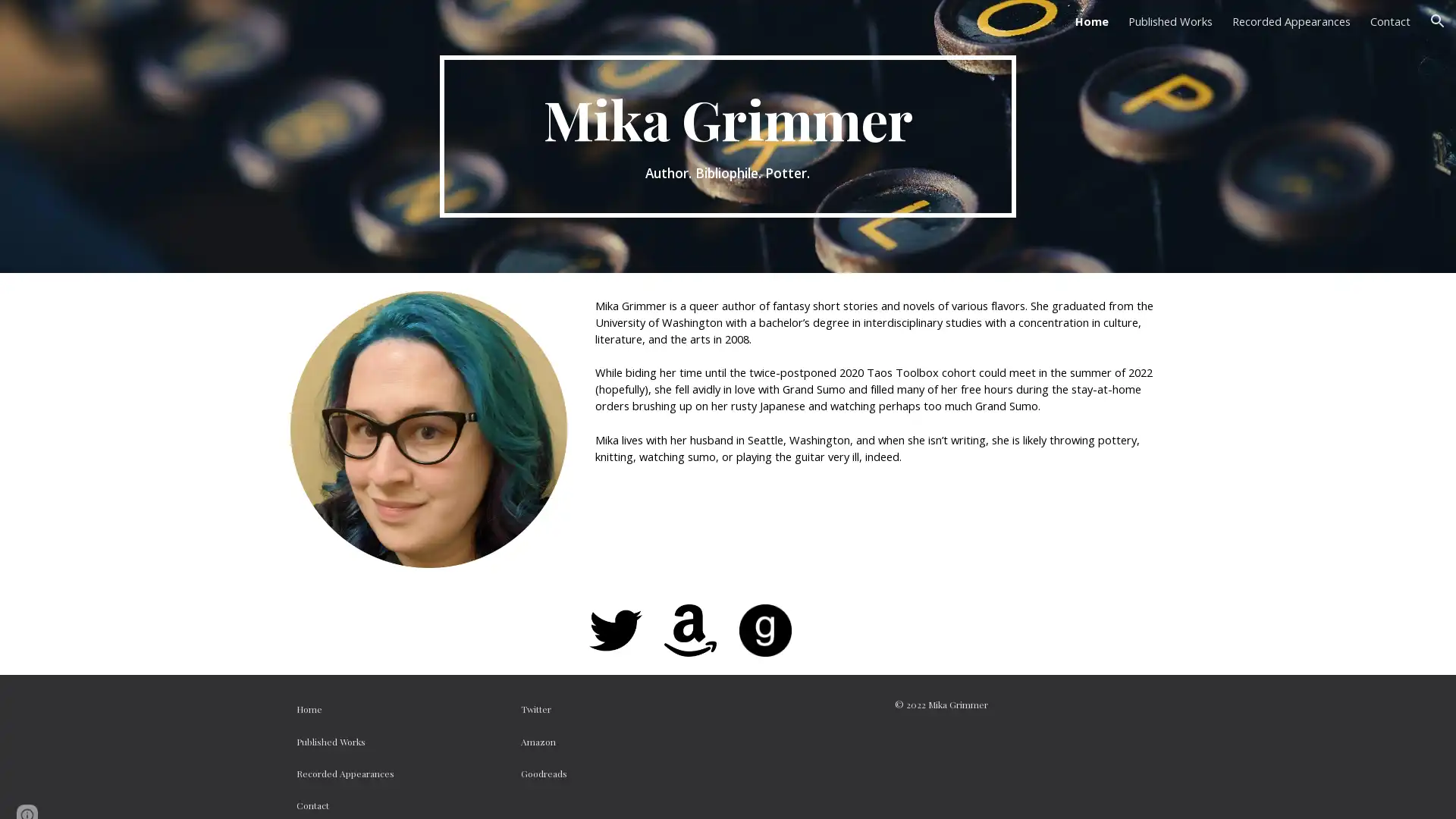  What do you see at coordinates (597, 28) in the screenshot?
I see `Skip to main content` at bounding box center [597, 28].